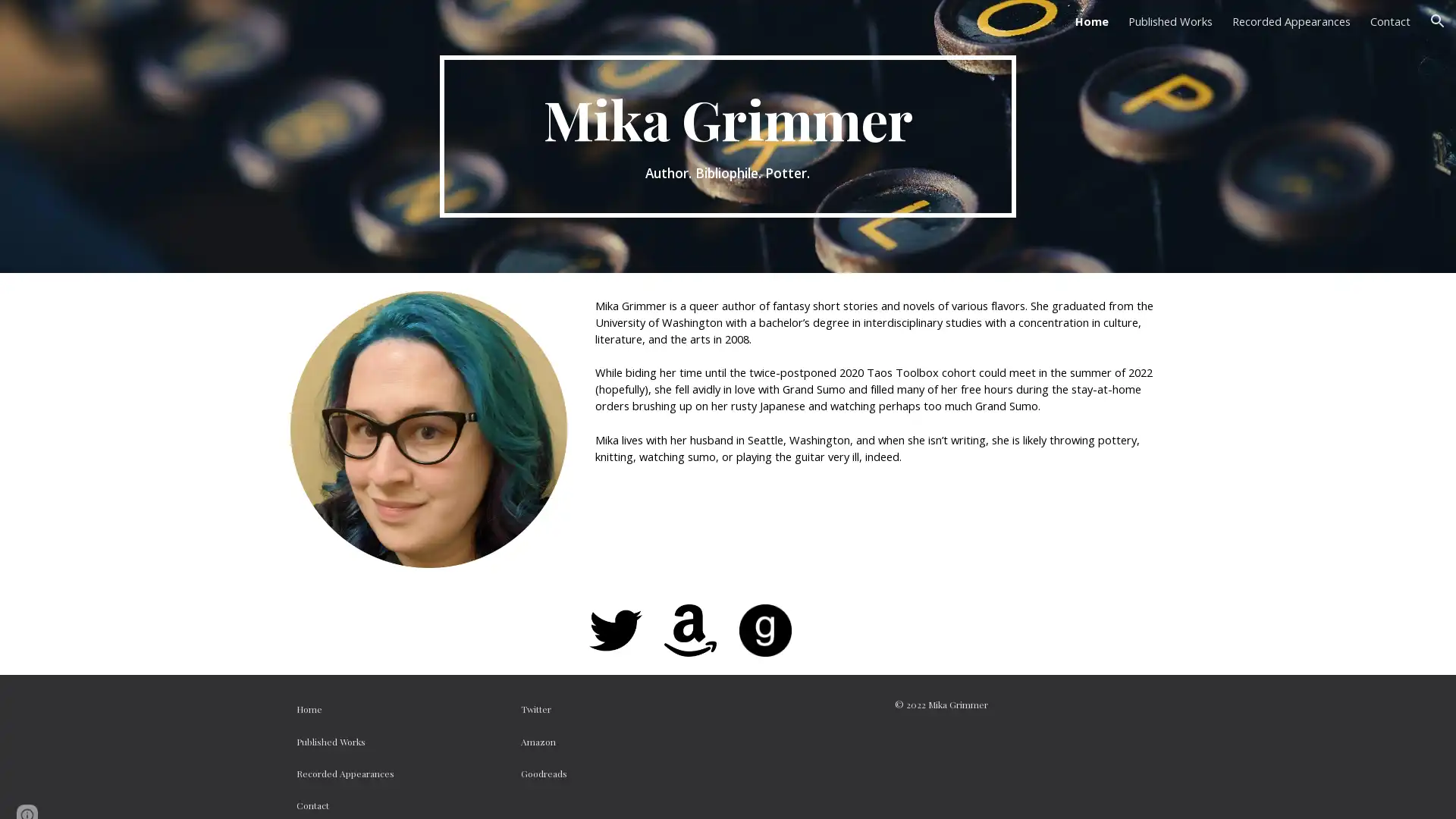  What do you see at coordinates (597, 28) in the screenshot?
I see `Skip to main content` at bounding box center [597, 28].